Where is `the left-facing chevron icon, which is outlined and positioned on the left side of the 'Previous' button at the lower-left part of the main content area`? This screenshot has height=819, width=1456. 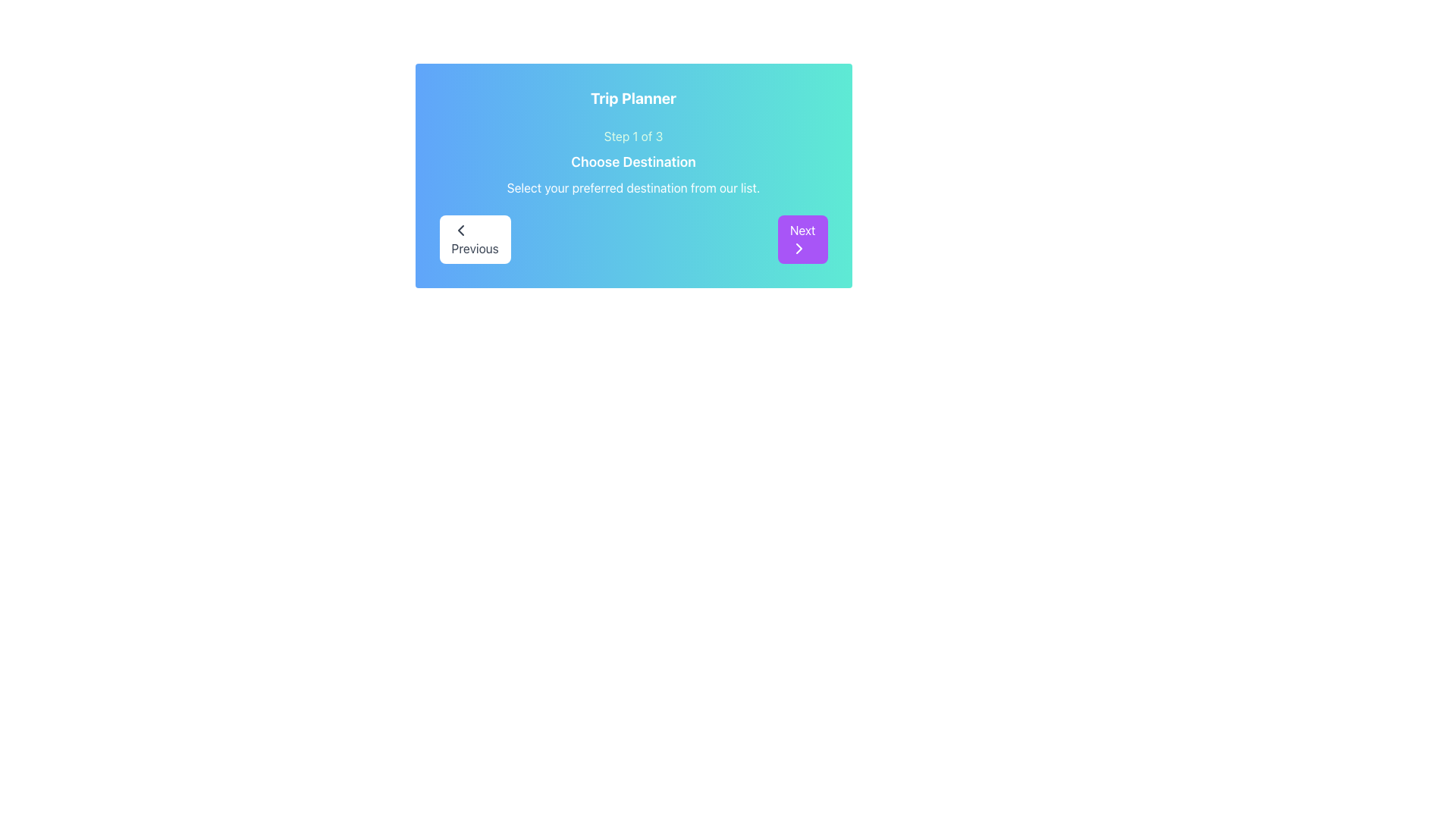
the left-facing chevron icon, which is outlined and positioned on the left side of the 'Previous' button at the lower-left part of the main content area is located at coordinates (460, 231).